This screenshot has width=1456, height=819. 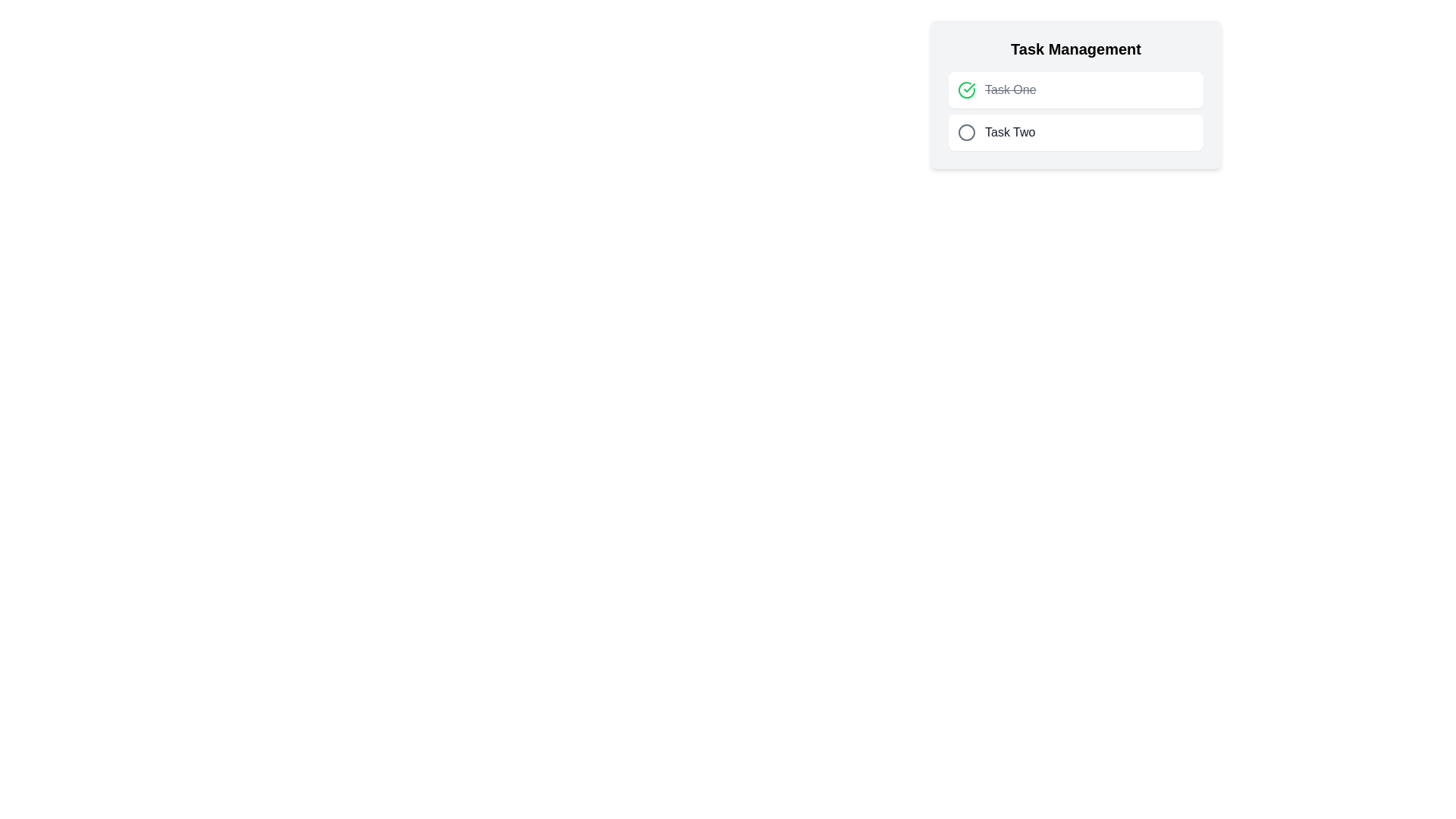 I want to click on the circular gray icon button located to the left of the text 'Task Two', so click(x=966, y=131).